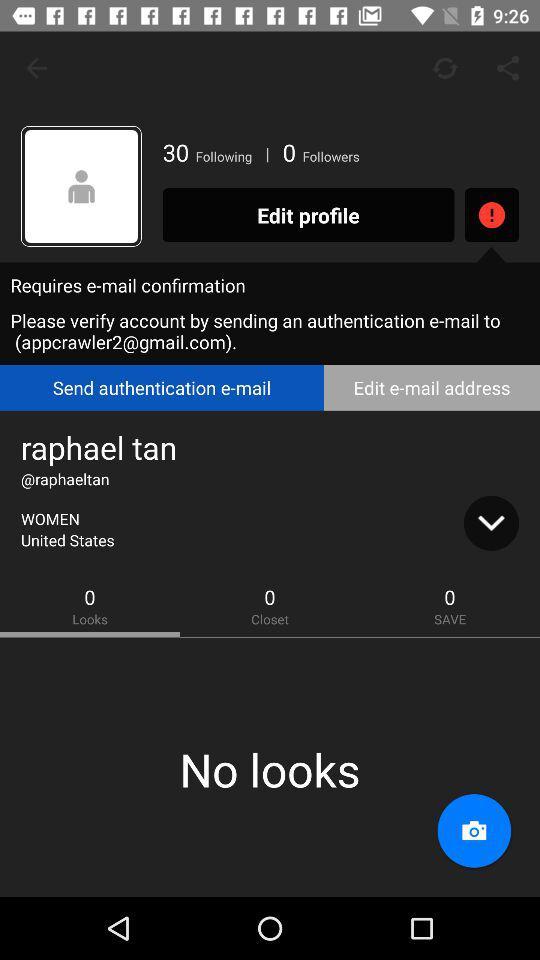 Image resolution: width=540 pixels, height=960 pixels. Describe the element at coordinates (490, 522) in the screenshot. I see `the expand_more icon` at that location.